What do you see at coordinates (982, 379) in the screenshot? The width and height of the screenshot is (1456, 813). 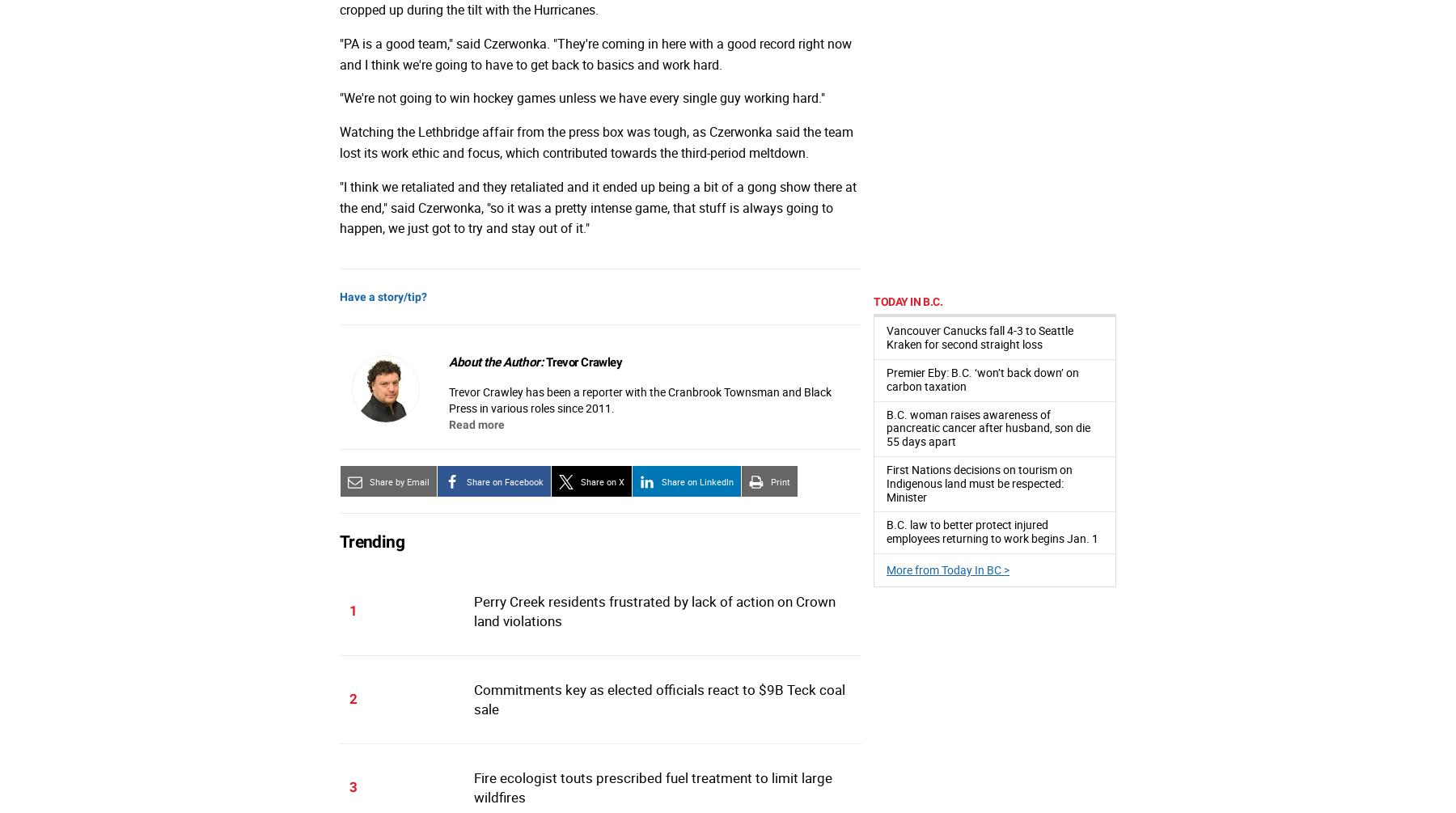 I see `'Premier Eby: B.C. ‘won’t back down’ on carbon taxation'` at bounding box center [982, 379].